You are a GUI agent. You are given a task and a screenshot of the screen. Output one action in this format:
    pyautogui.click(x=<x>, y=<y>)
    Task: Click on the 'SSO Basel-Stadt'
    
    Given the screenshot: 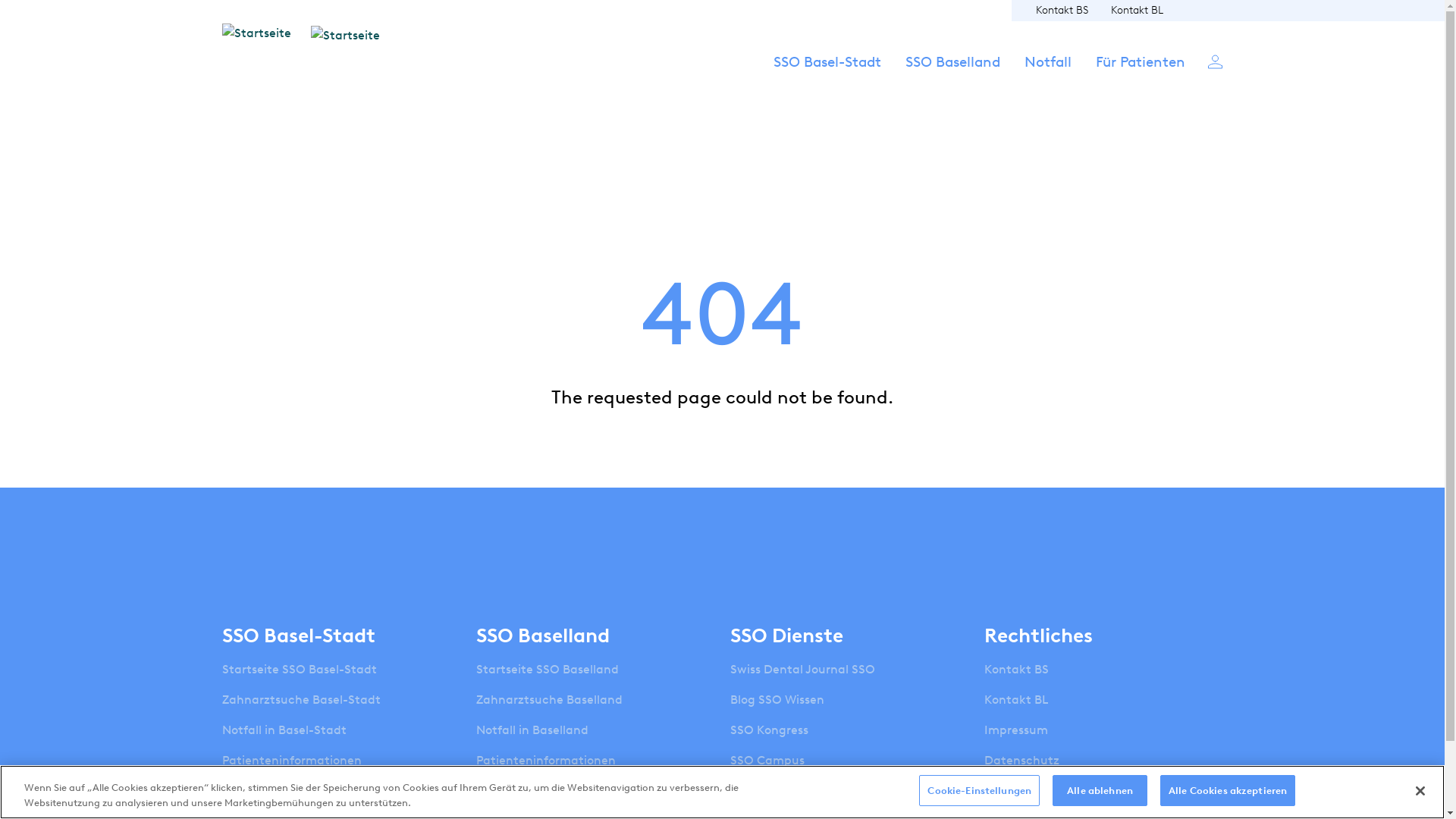 What is the action you would take?
    pyautogui.click(x=826, y=76)
    